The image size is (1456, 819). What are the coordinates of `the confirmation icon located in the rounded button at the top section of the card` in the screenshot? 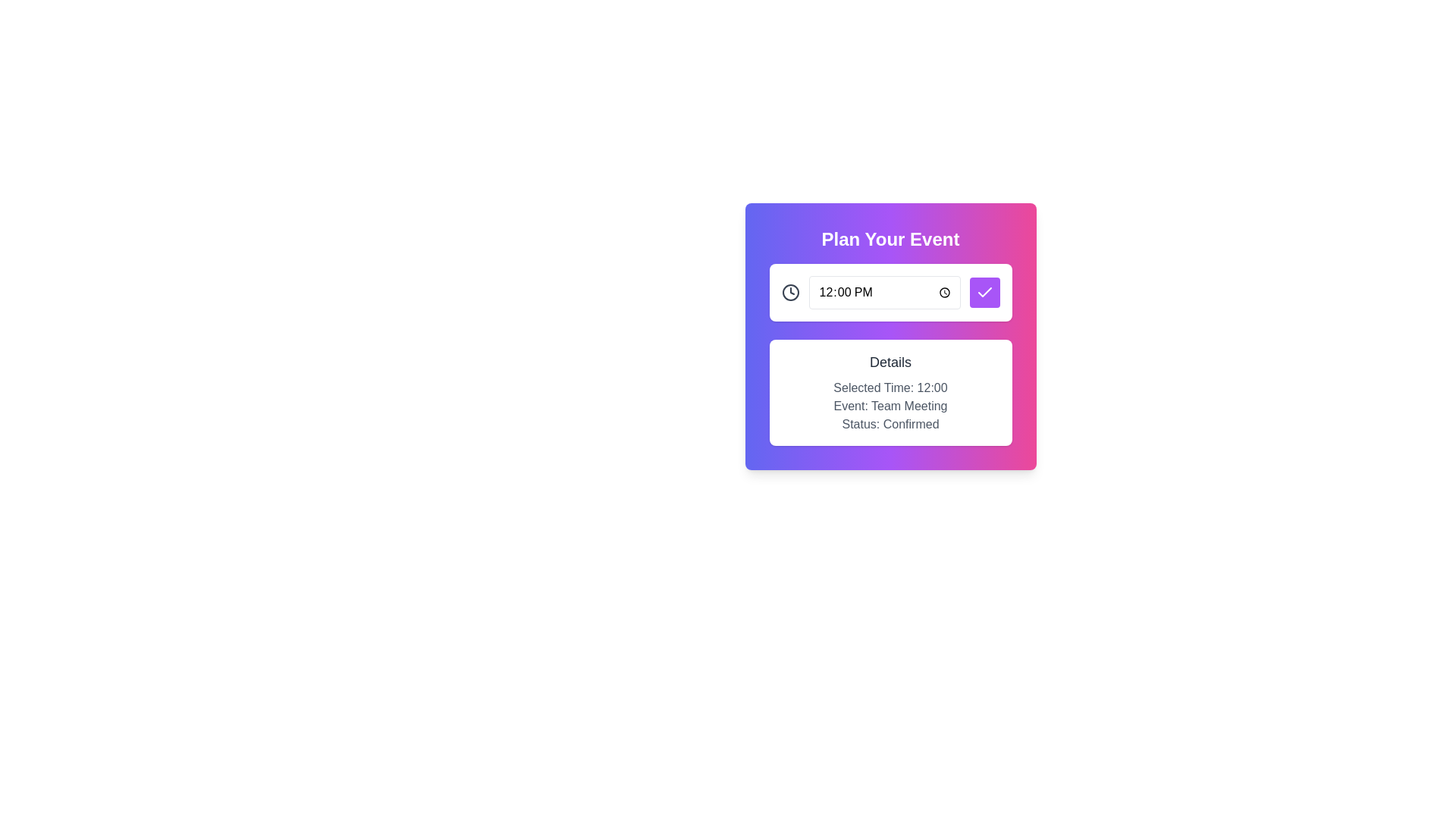 It's located at (984, 292).